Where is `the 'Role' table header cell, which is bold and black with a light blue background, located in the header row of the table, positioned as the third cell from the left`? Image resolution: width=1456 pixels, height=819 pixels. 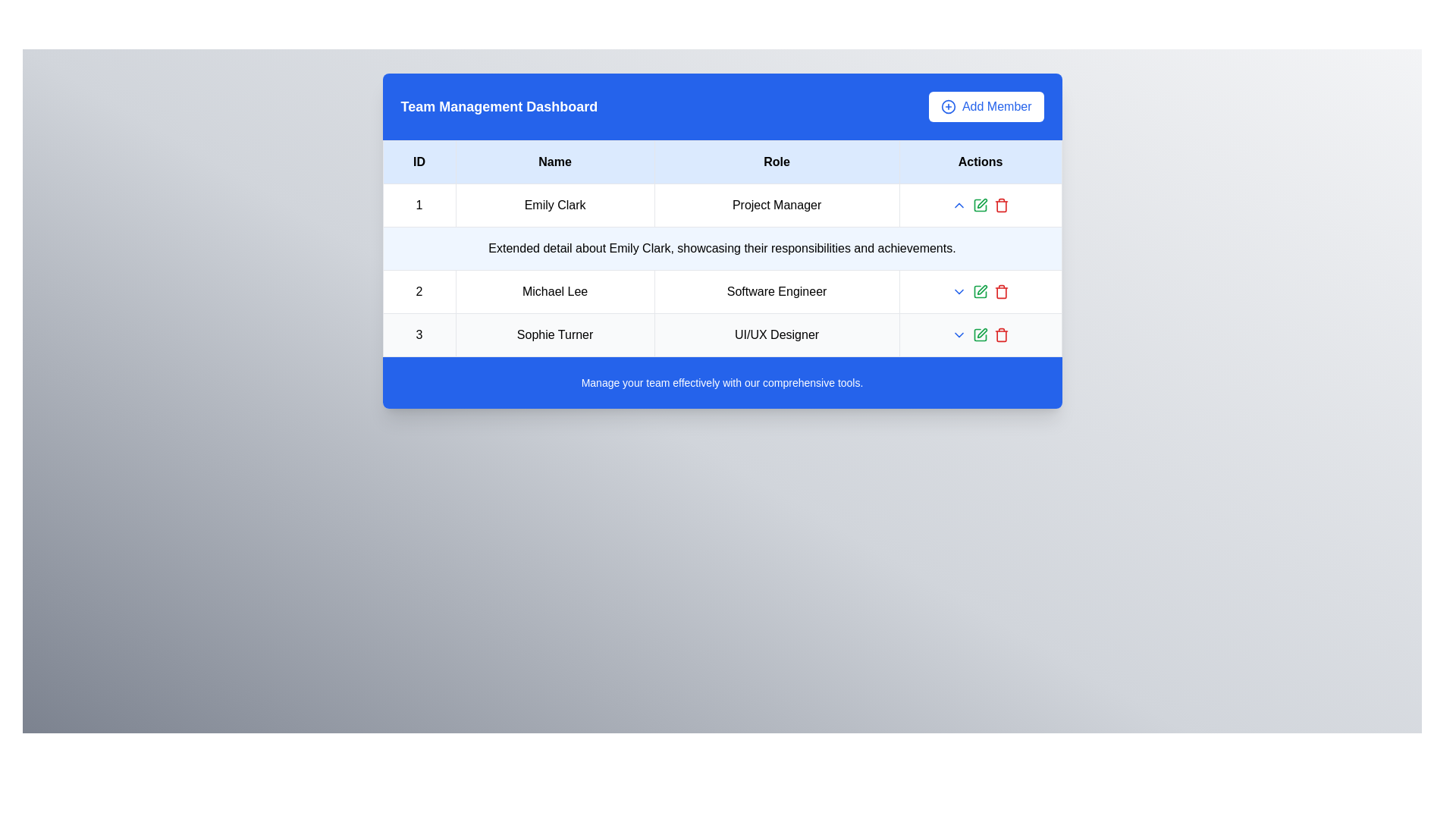 the 'Role' table header cell, which is bold and black with a light blue background, located in the header row of the table, positioned as the third cell from the left is located at coordinates (777, 162).